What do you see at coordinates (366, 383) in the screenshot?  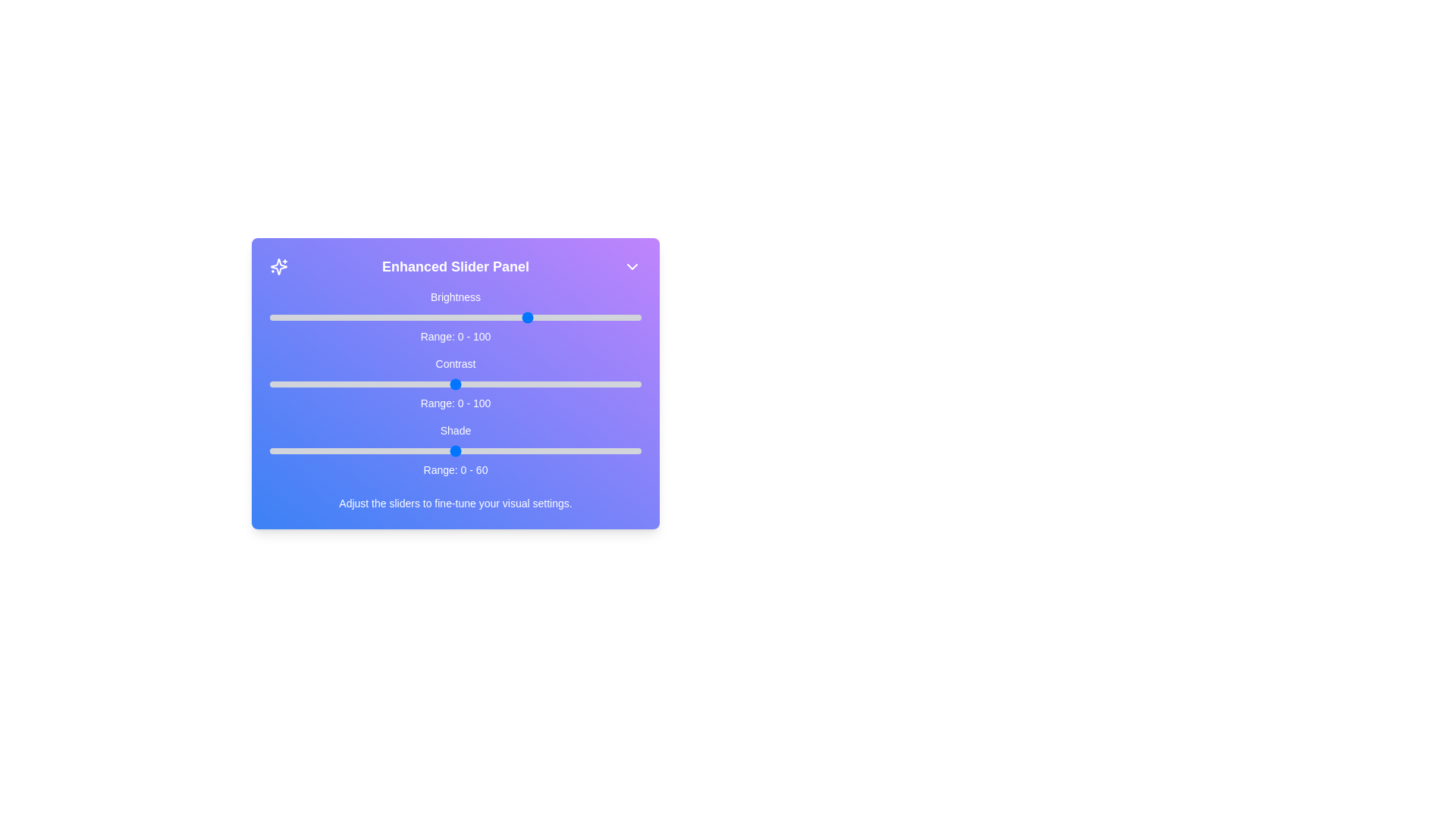 I see `the 1 slider to 26` at bounding box center [366, 383].